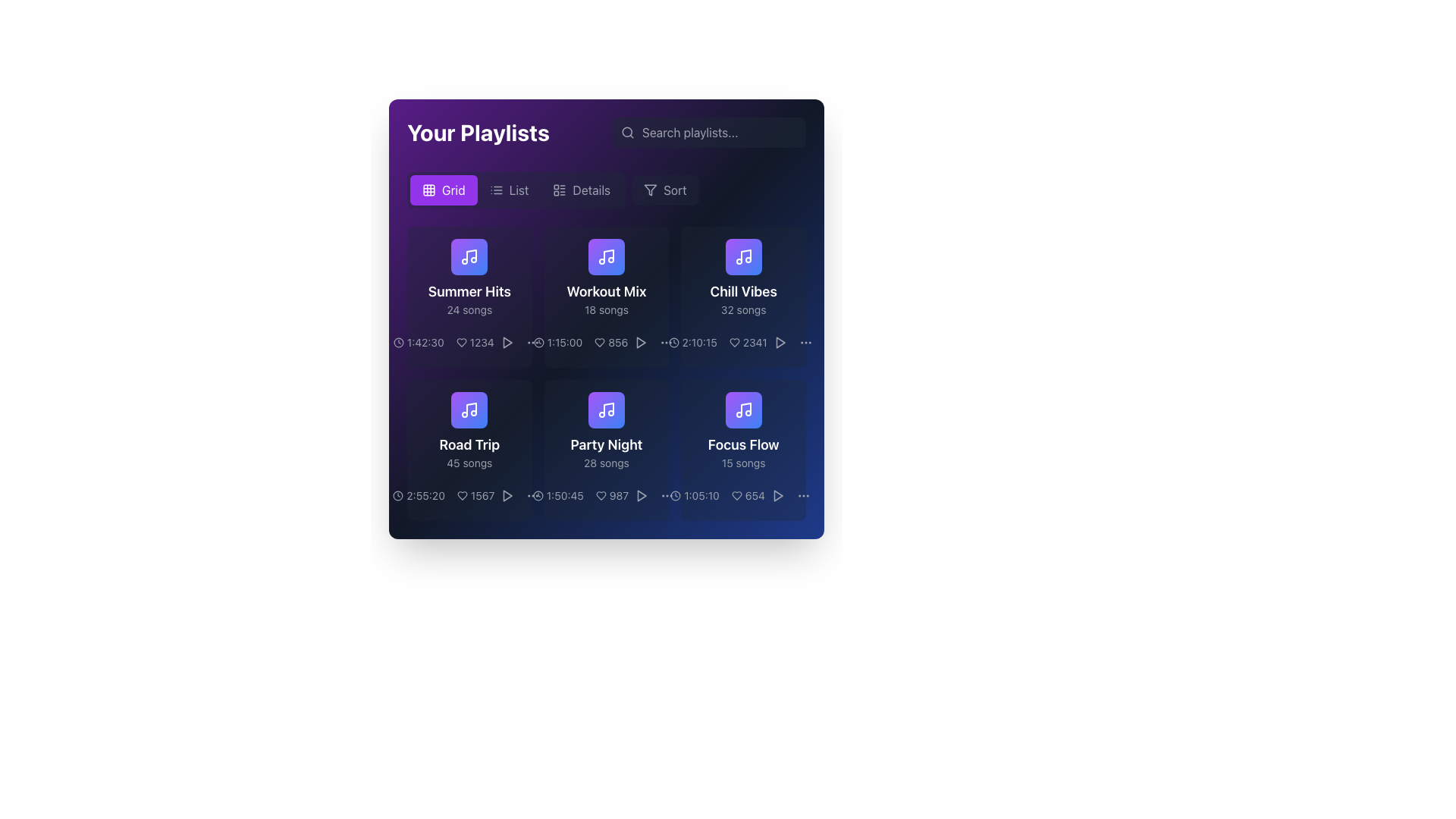  What do you see at coordinates (398, 342) in the screenshot?
I see `the circular icon within the SVG component located in the first entry of the playlist titled 'Summer Hits', positioned adjacent to the duration text '1:42:30'` at bounding box center [398, 342].